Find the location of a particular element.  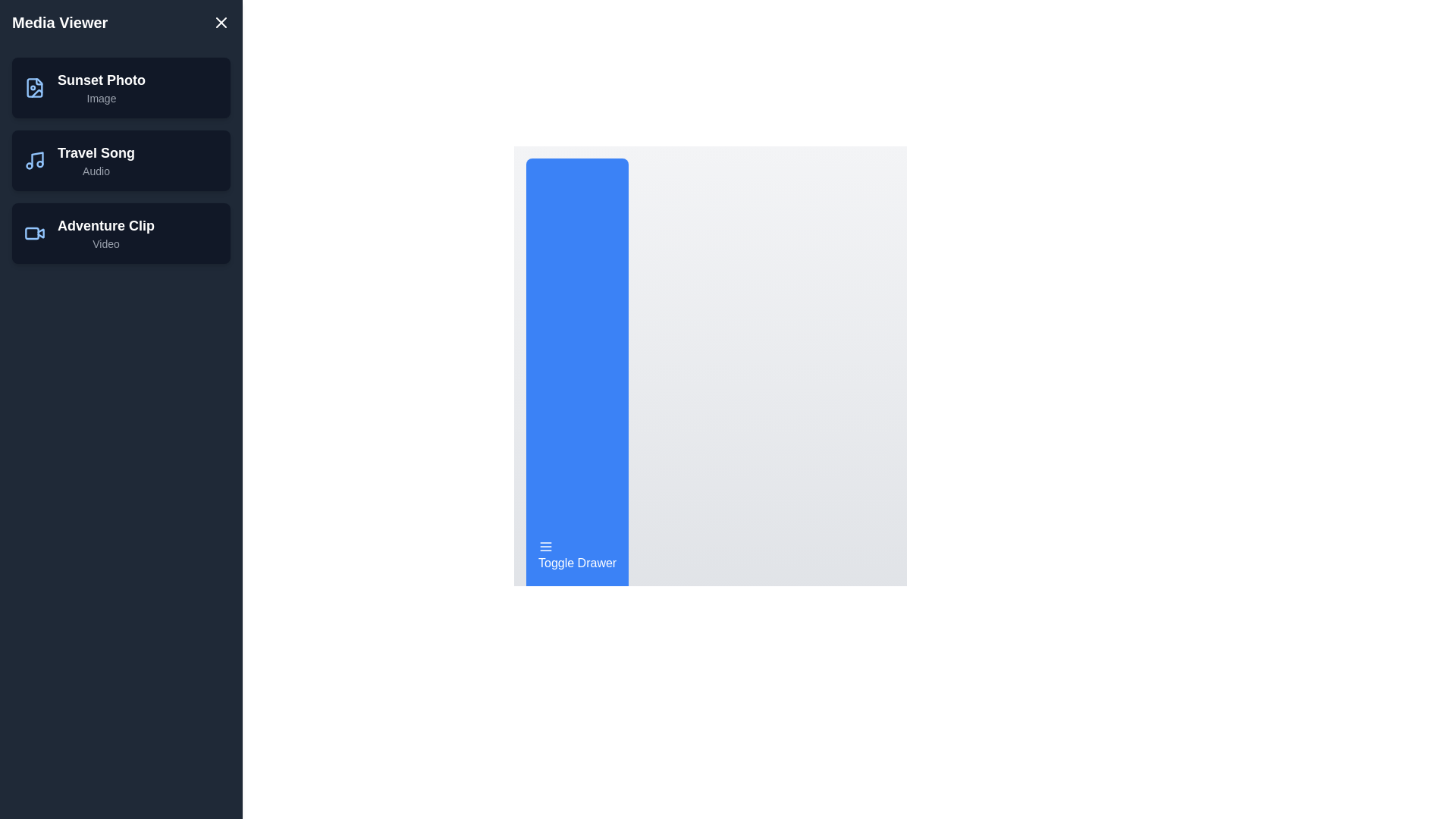

'Toggle Drawer' button to toggle the visibility of the media drawer is located at coordinates (576, 555).